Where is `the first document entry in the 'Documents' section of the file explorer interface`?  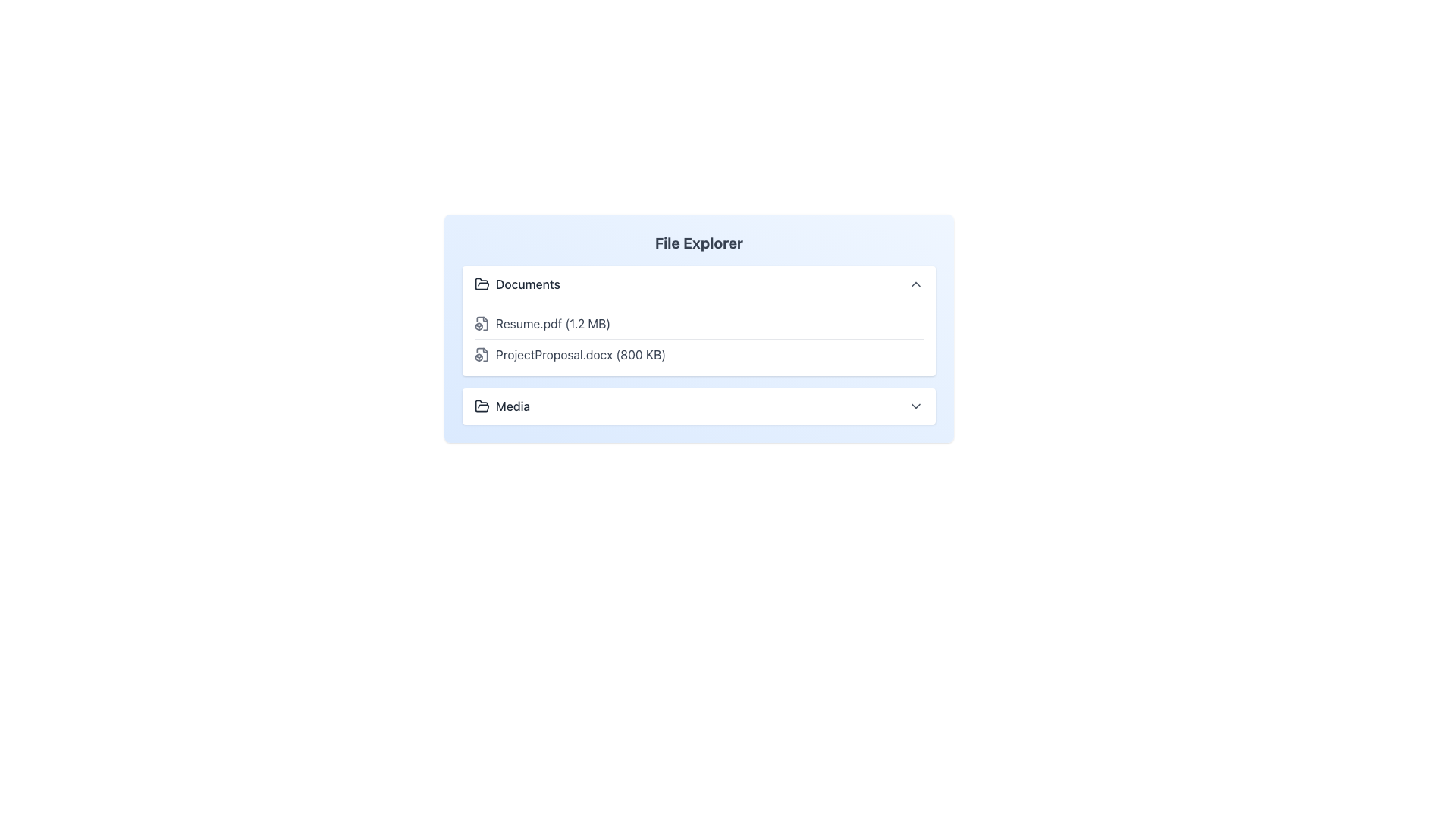 the first document entry in the 'Documents' section of the file explorer interface is located at coordinates (698, 338).